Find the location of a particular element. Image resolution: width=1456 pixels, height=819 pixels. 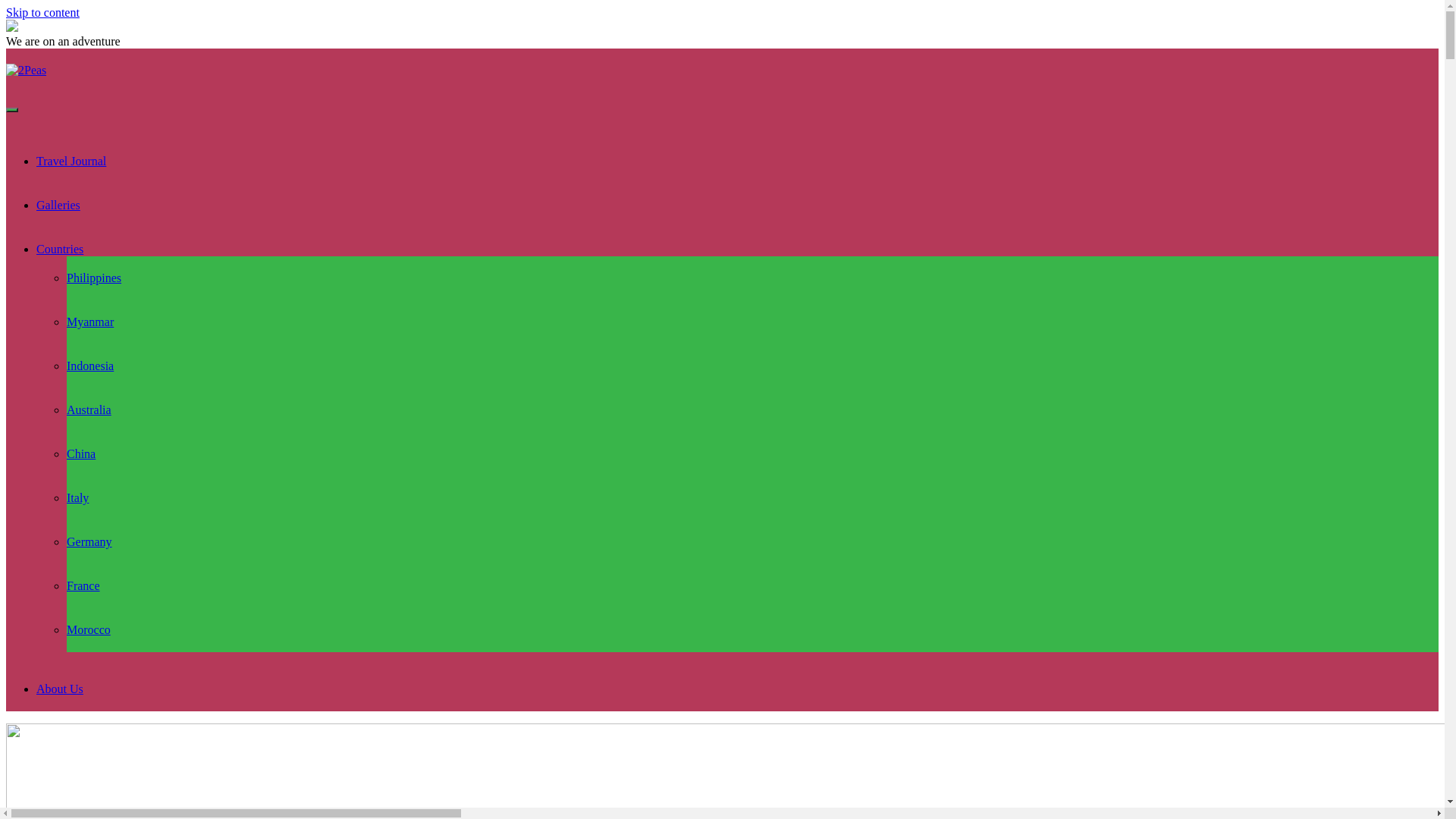

'Myanmar' is located at coordinates (89, 321).